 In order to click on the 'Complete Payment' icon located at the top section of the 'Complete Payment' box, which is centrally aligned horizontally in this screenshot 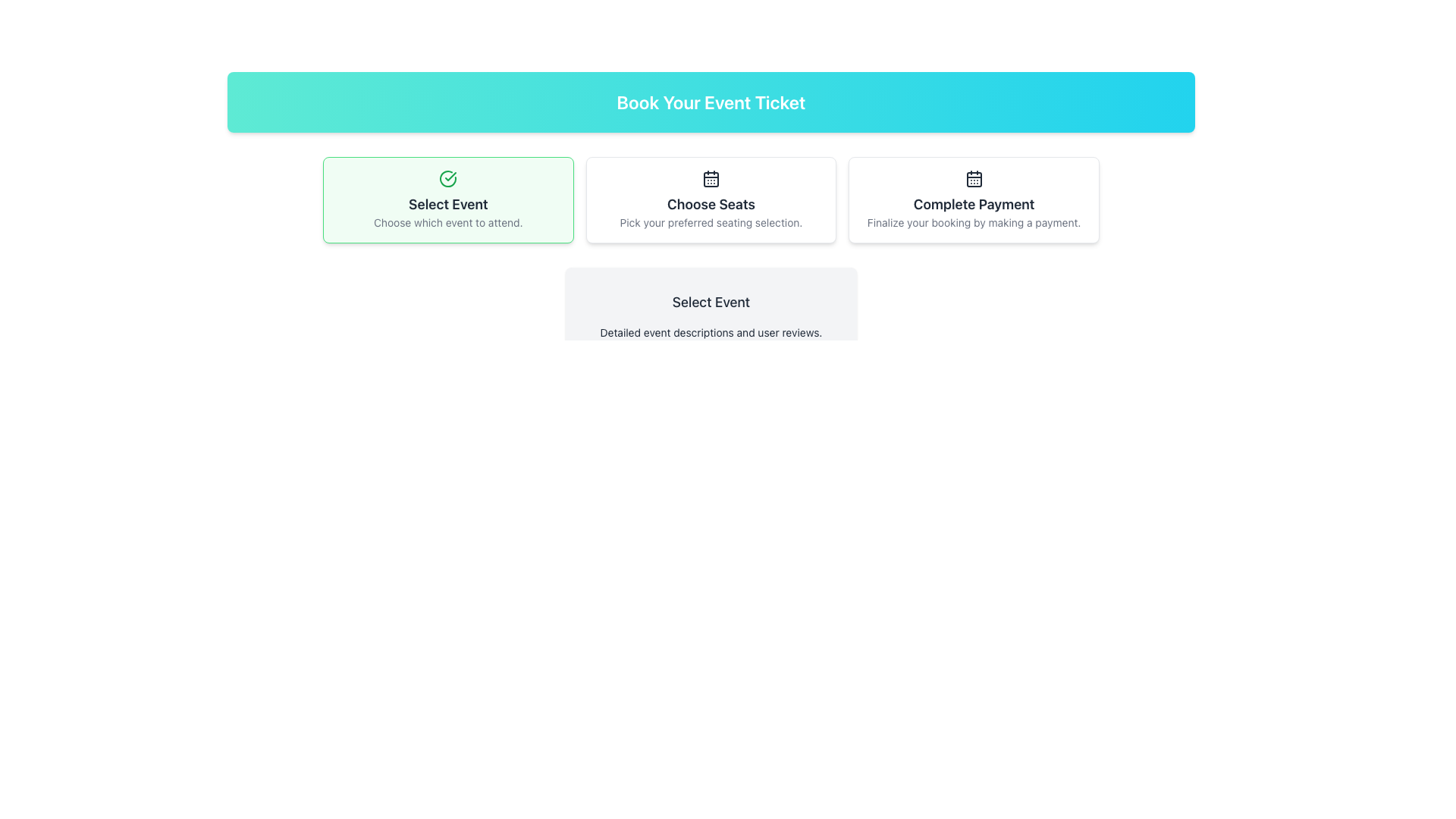, I will do `click(974, 177)`.